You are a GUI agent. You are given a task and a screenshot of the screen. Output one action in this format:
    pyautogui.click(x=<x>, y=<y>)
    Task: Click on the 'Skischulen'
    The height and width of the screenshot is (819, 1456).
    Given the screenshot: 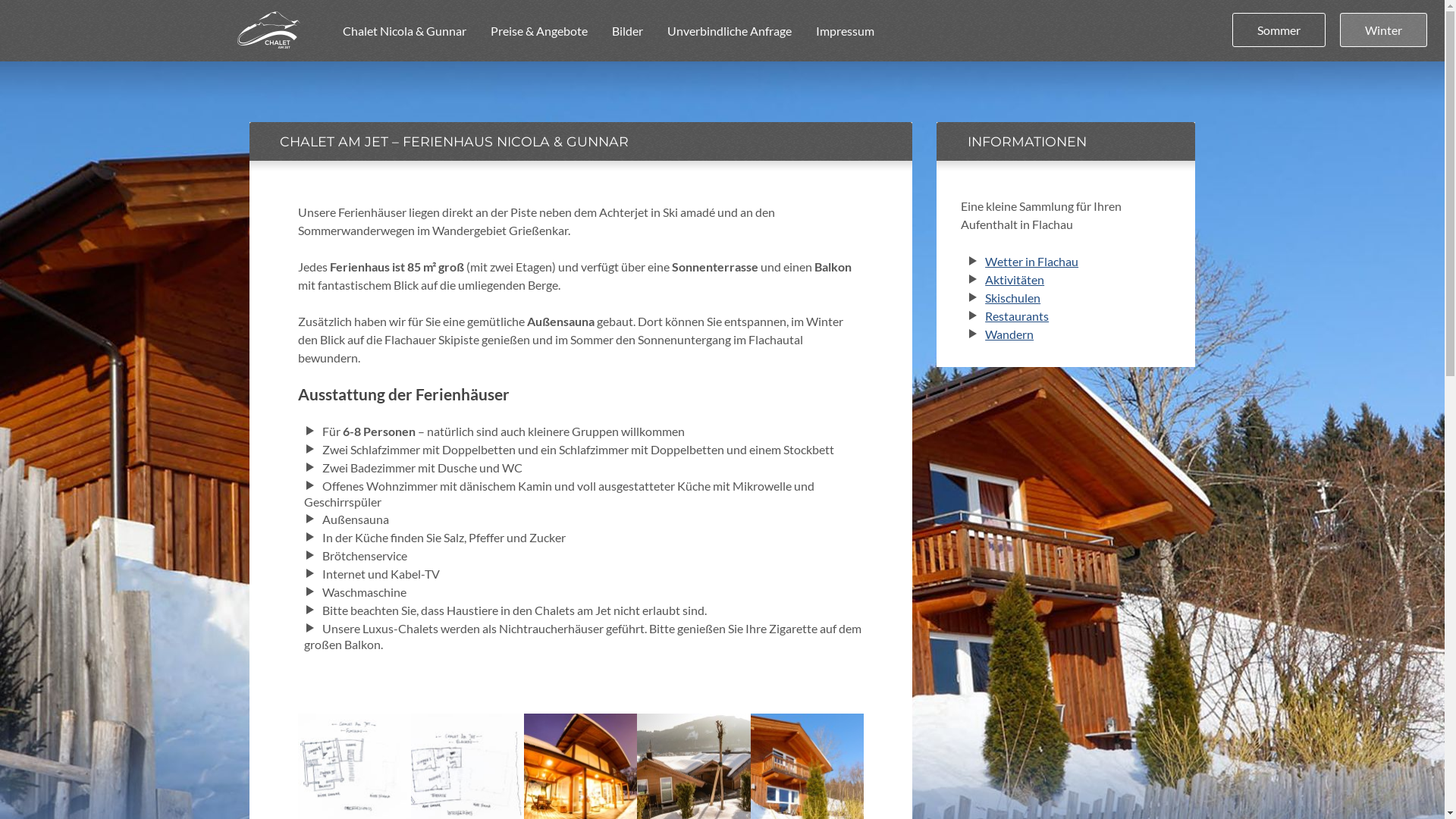 What is the action you would take?
    pyautogui.click(x=1012, y=297)
    